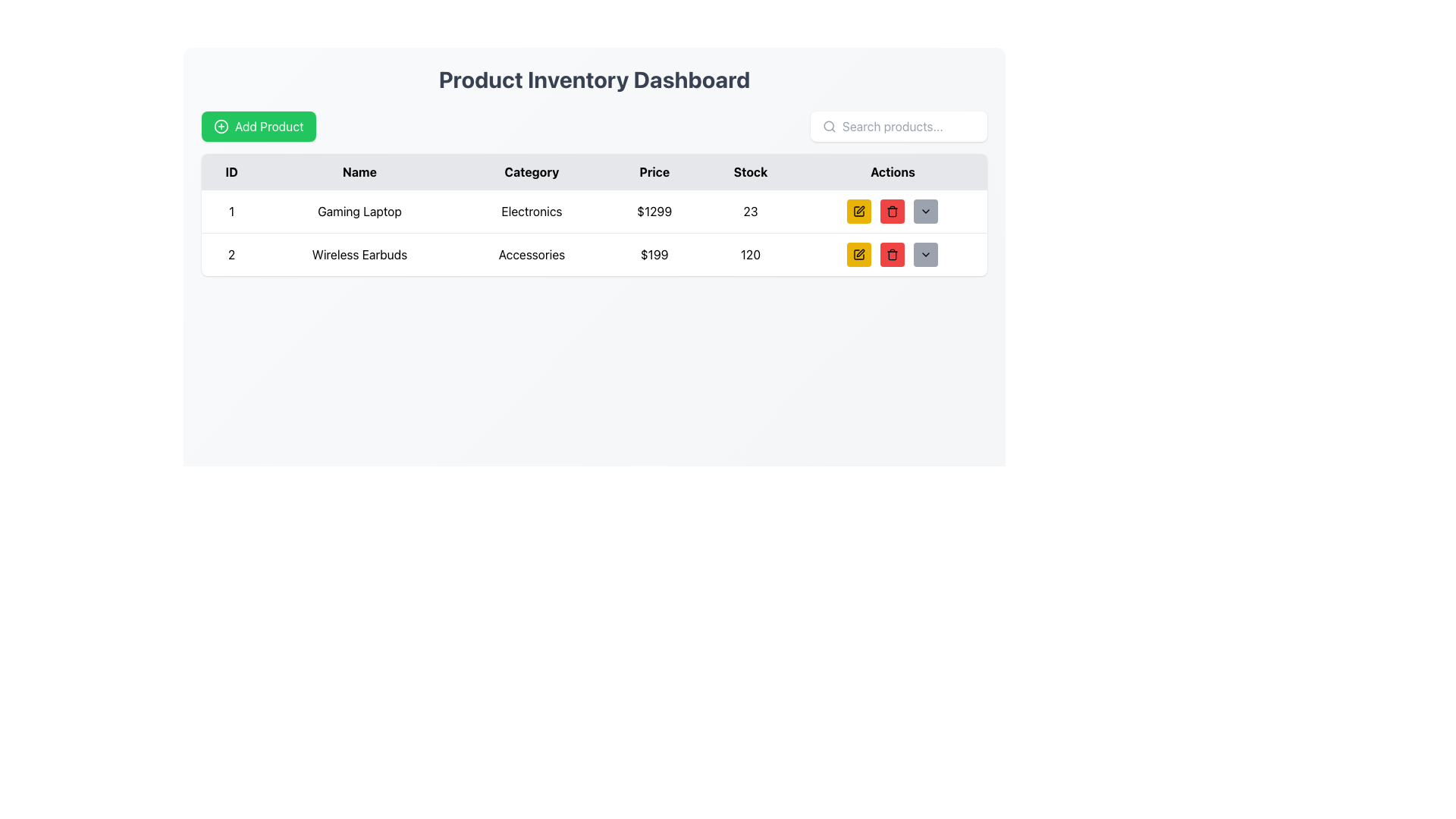  Describe the element at coordinates (750, 171) in the screenshot. I see `the 'Stock' text label, which is a bold black font on a light gray background, centrally aligned in the header row of the table, located between the 'Price' and 'Actions' column headers` at that location.